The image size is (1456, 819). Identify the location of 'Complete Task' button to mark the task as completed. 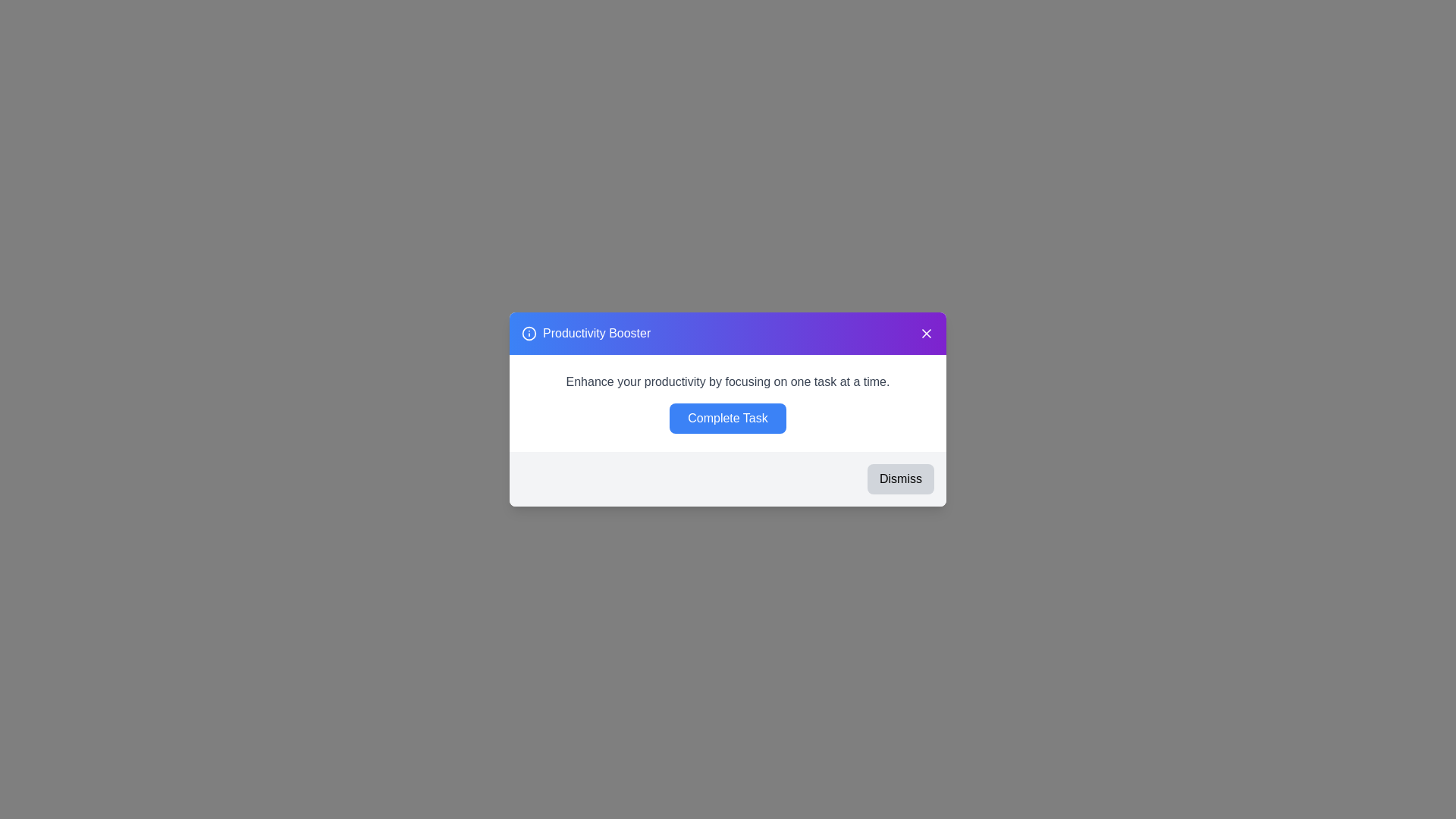
(728, 418).